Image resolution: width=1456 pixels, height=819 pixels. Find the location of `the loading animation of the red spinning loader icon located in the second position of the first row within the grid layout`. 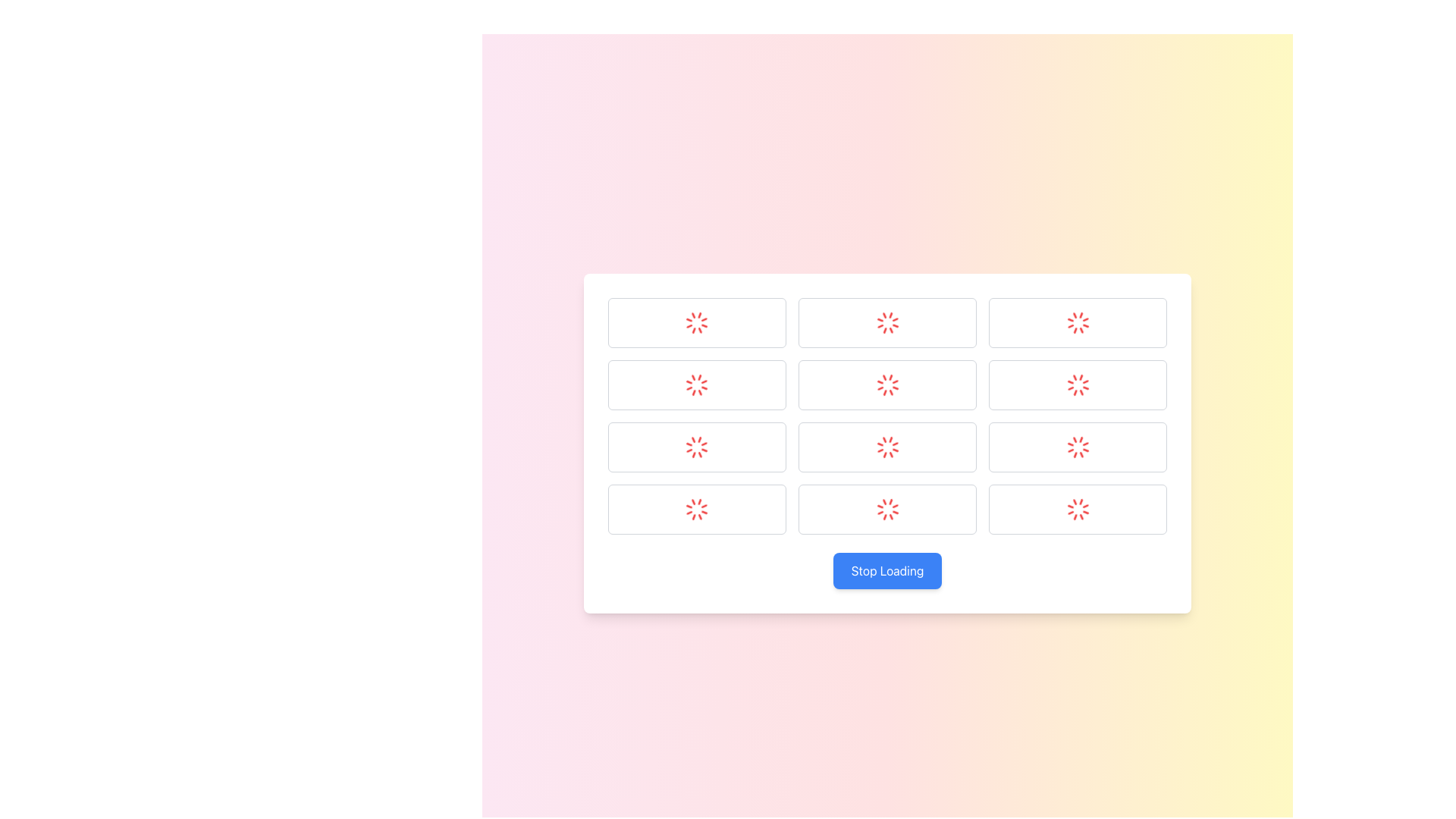

the loading animation of the red spinning loader icon located in the second position of the first row within the grid layout is located at coordinates (887, 322).